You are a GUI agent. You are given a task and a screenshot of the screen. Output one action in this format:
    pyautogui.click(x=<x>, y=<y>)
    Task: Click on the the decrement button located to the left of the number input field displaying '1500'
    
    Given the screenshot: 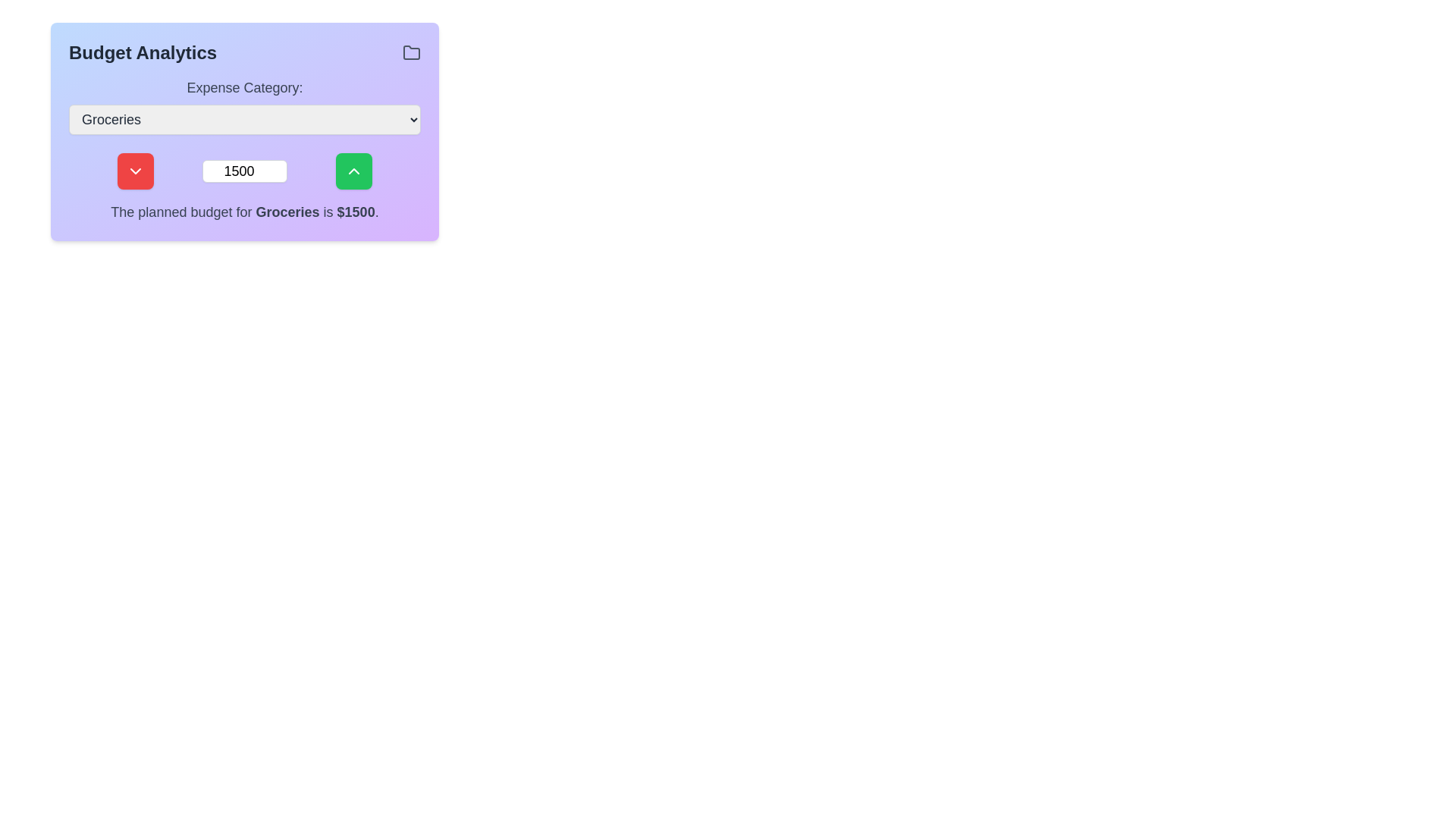 What is the action you would take?
    pyautogui.click(x=135, y=171)
    